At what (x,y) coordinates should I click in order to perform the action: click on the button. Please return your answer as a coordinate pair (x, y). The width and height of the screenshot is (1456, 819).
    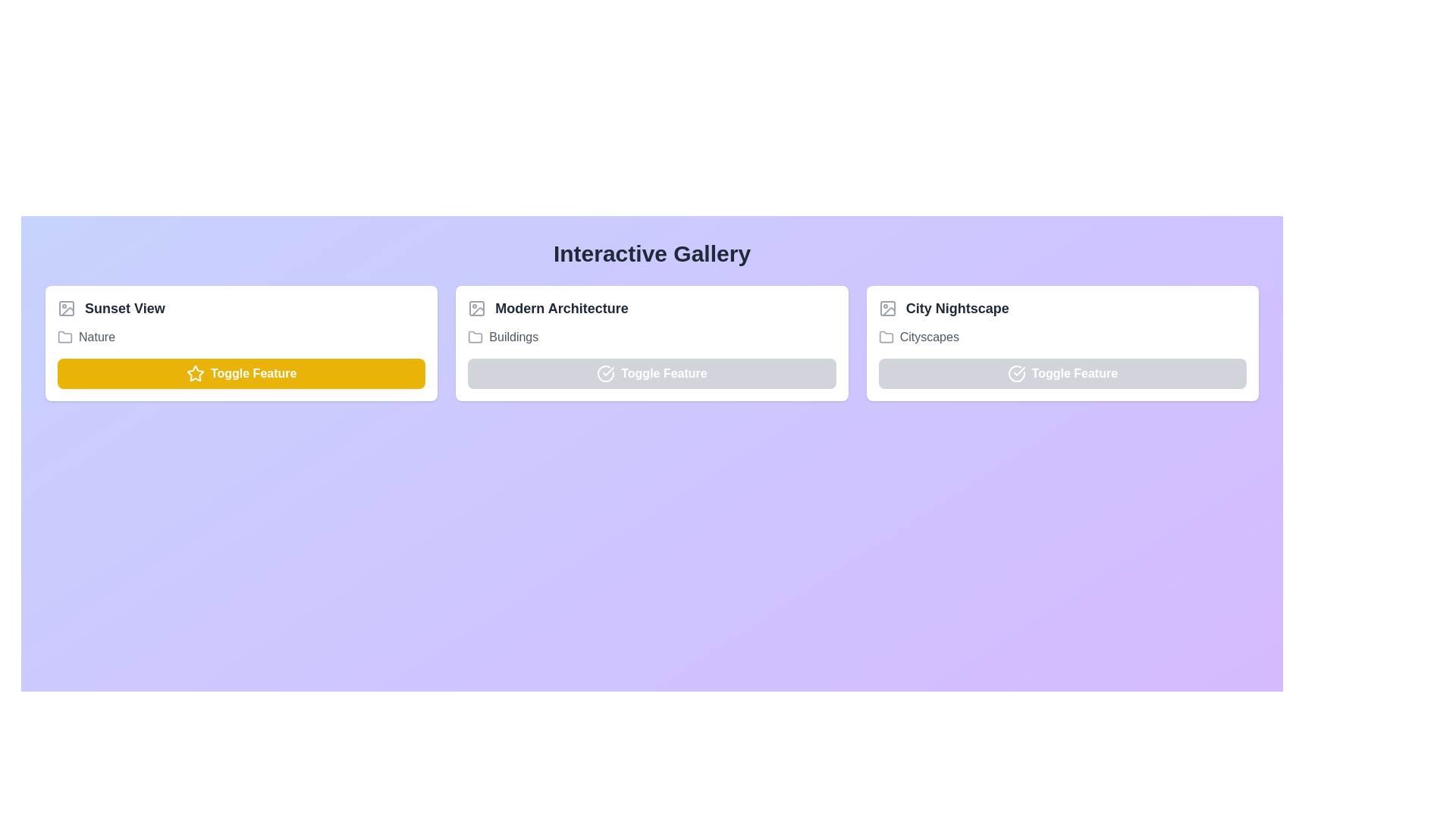
    Looking at the image, I should click on (240, 374).